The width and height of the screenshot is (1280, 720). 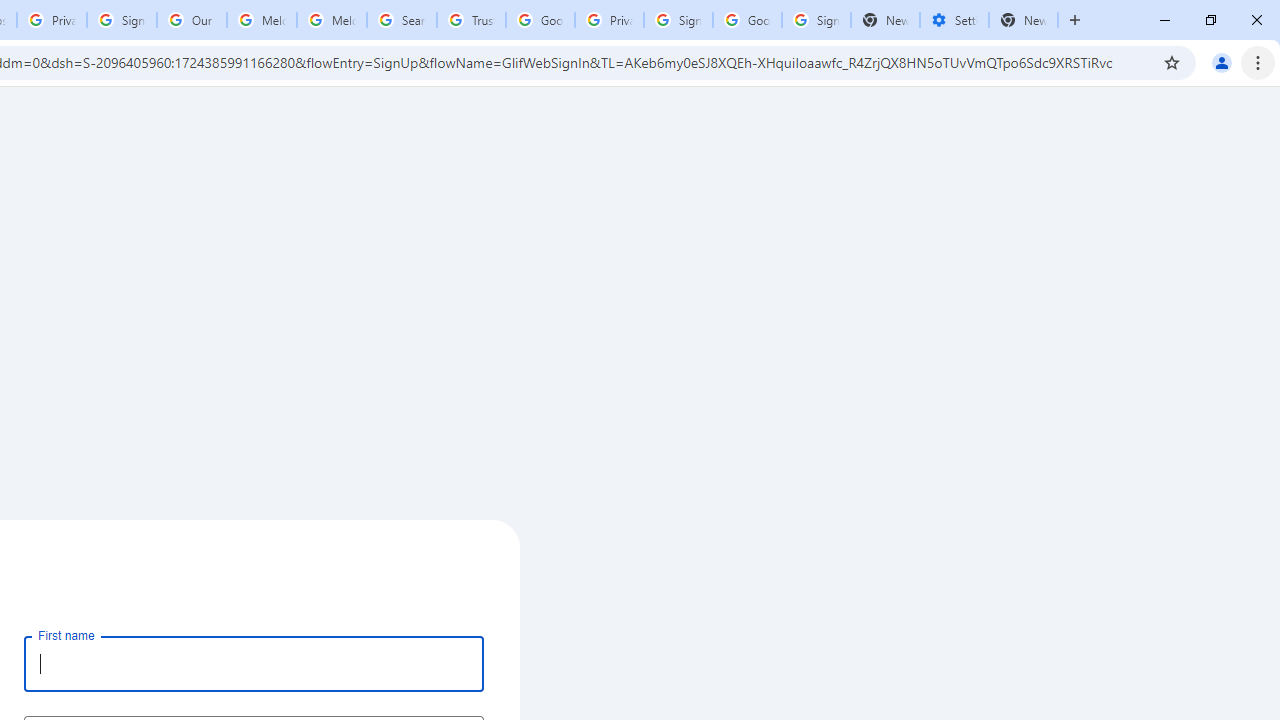 I want to click on 'Settings - Addresses and more', so click(x=953, y=20).